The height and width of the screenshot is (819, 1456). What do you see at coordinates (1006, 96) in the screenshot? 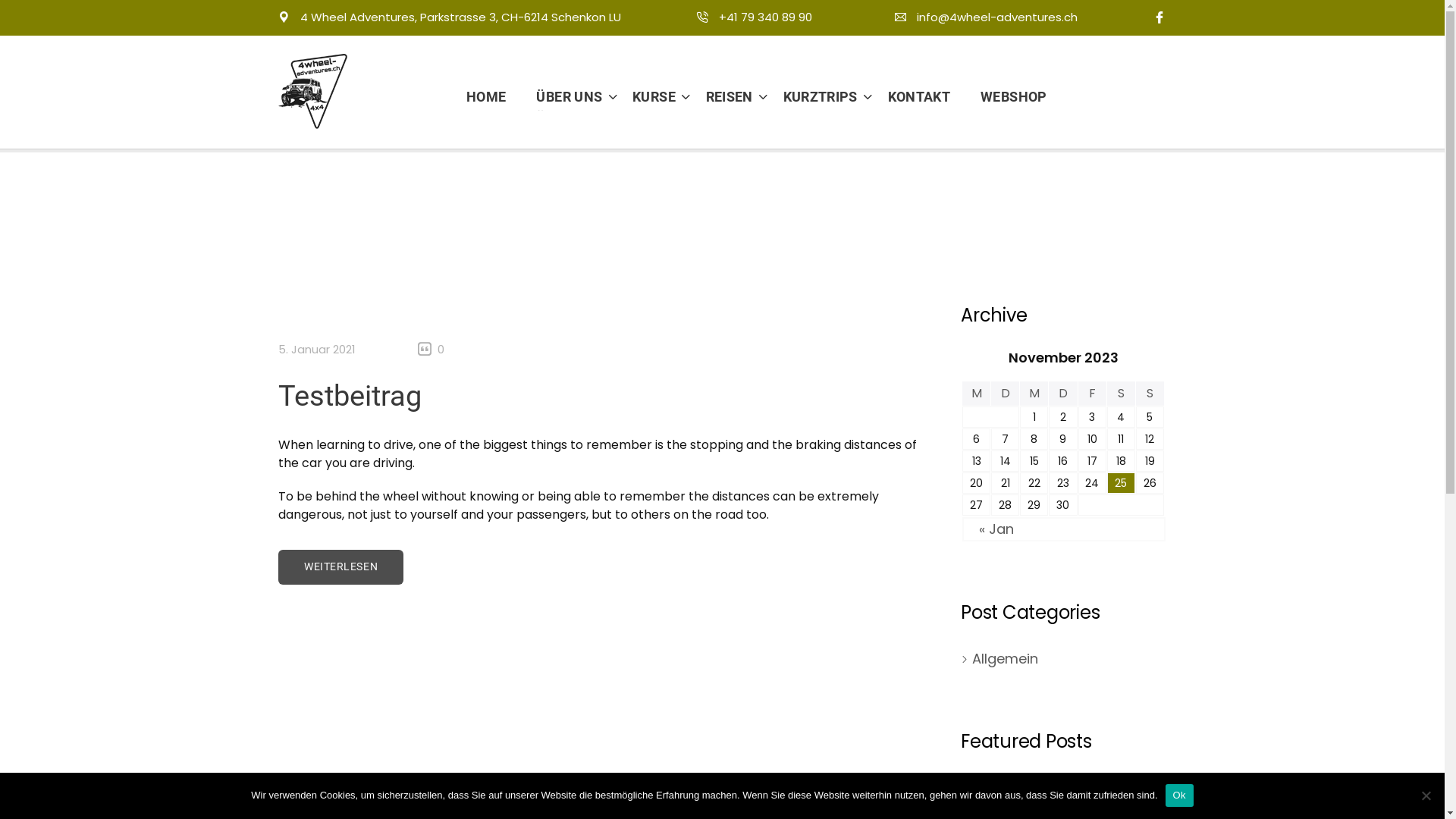
I see `'WEBSHOP'` at bounding box center [1006, 96].